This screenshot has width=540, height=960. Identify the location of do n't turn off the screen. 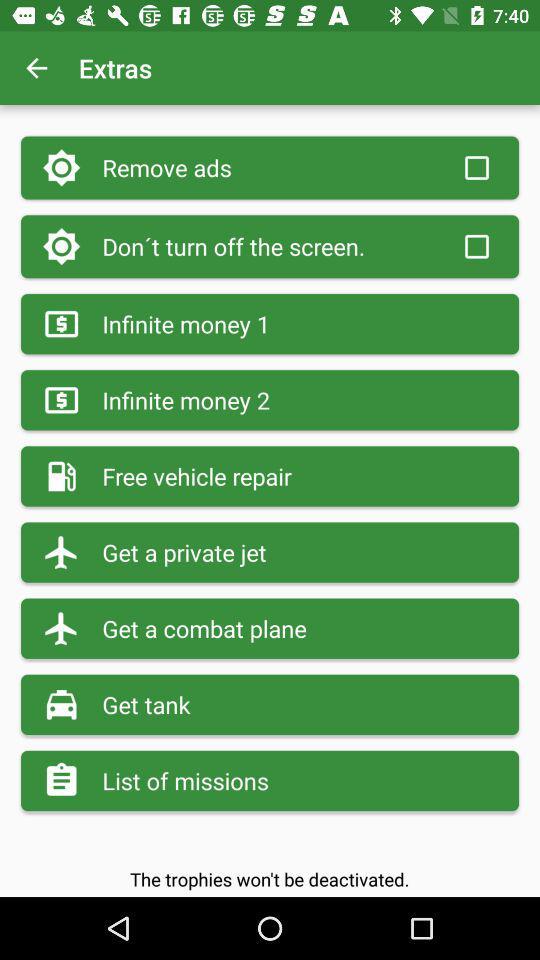
(475, 245).